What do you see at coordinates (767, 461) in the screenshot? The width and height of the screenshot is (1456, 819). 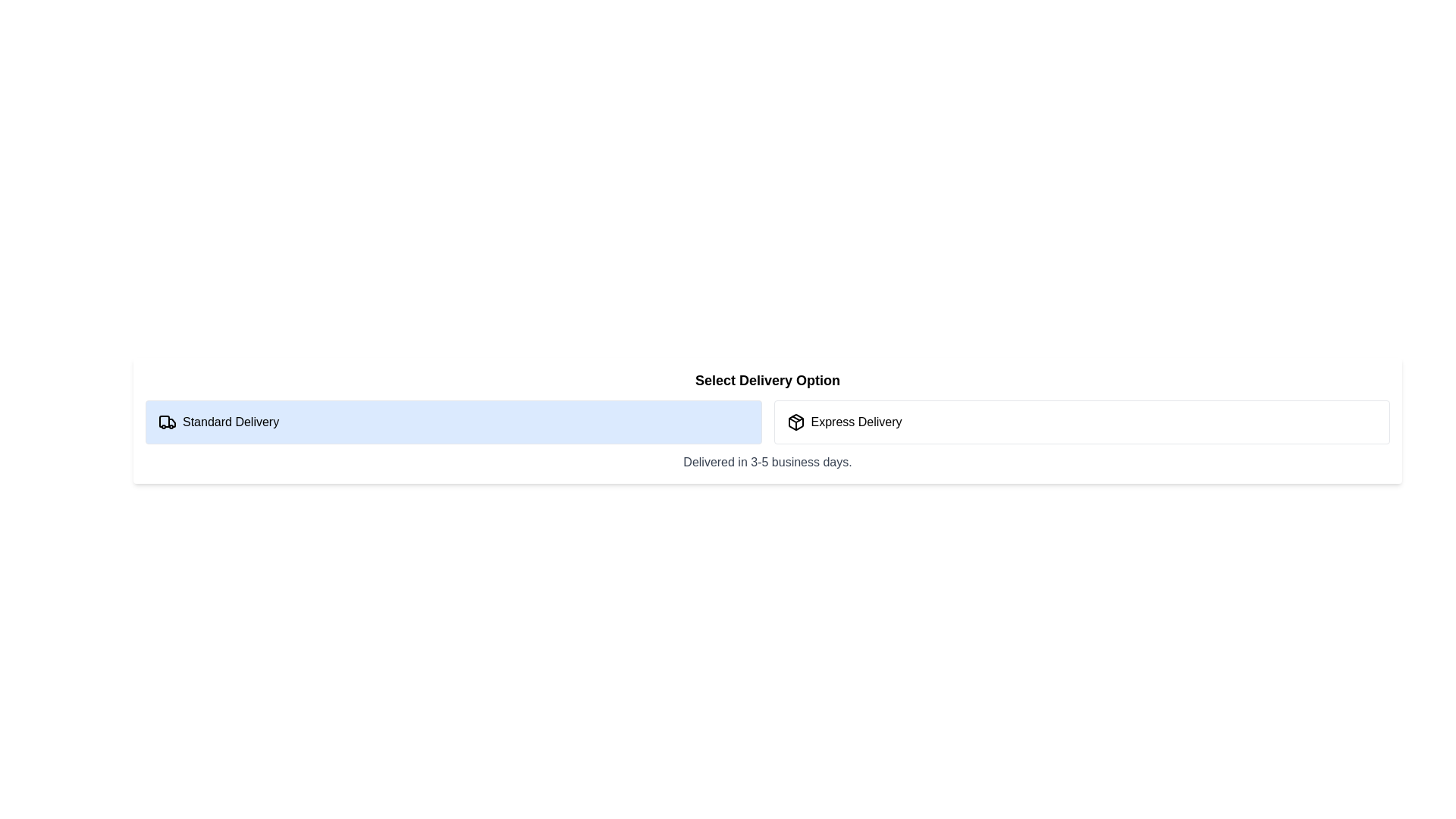 I see `the informational Text label located at the bottom of the 'Select Delivery Option' section, which provides details about the delivery timeframe` at bounding box center [767, 461].